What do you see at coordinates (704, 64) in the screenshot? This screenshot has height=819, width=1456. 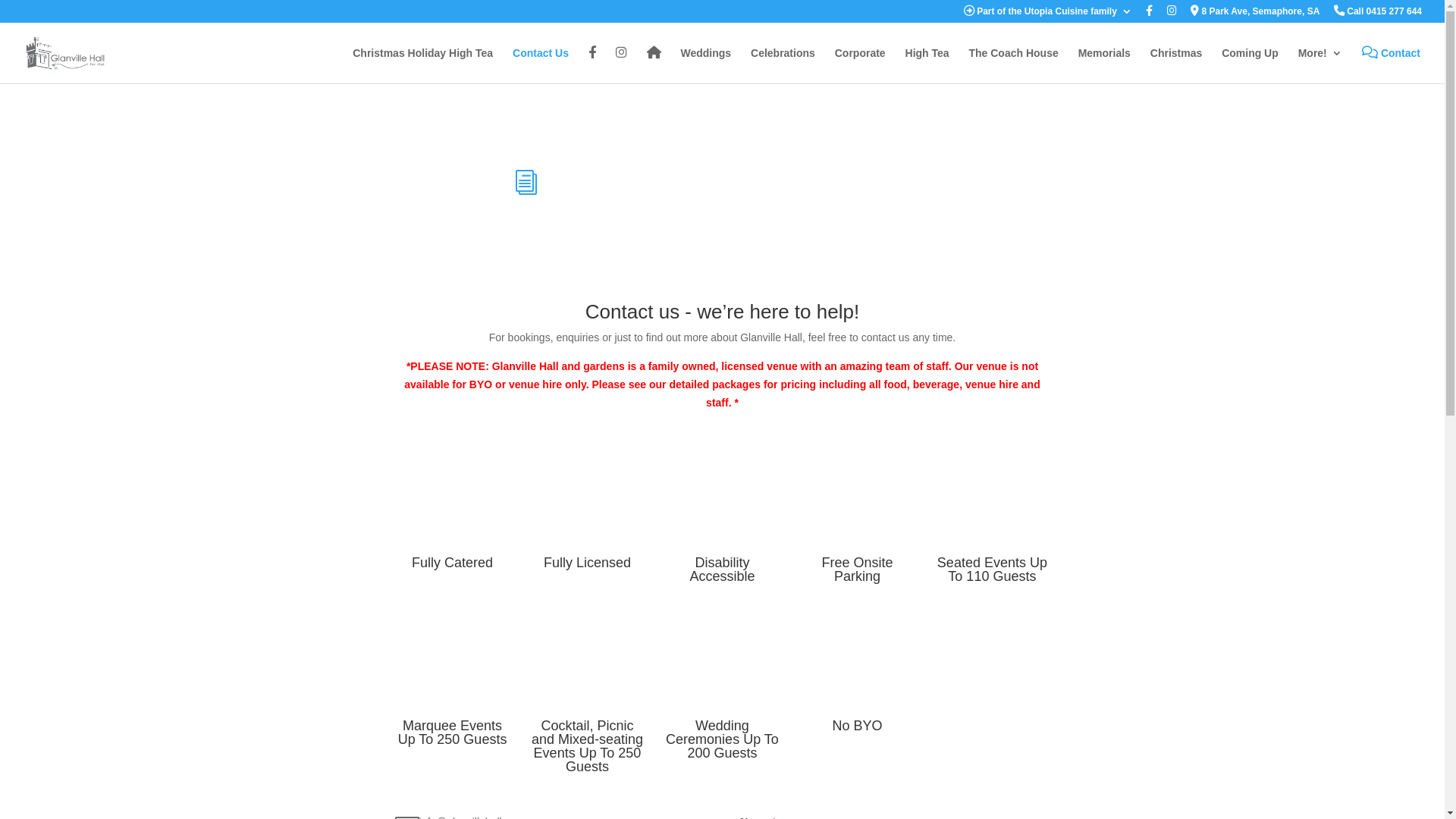 I see `'Weddings'` at bounding box center [704, 64].